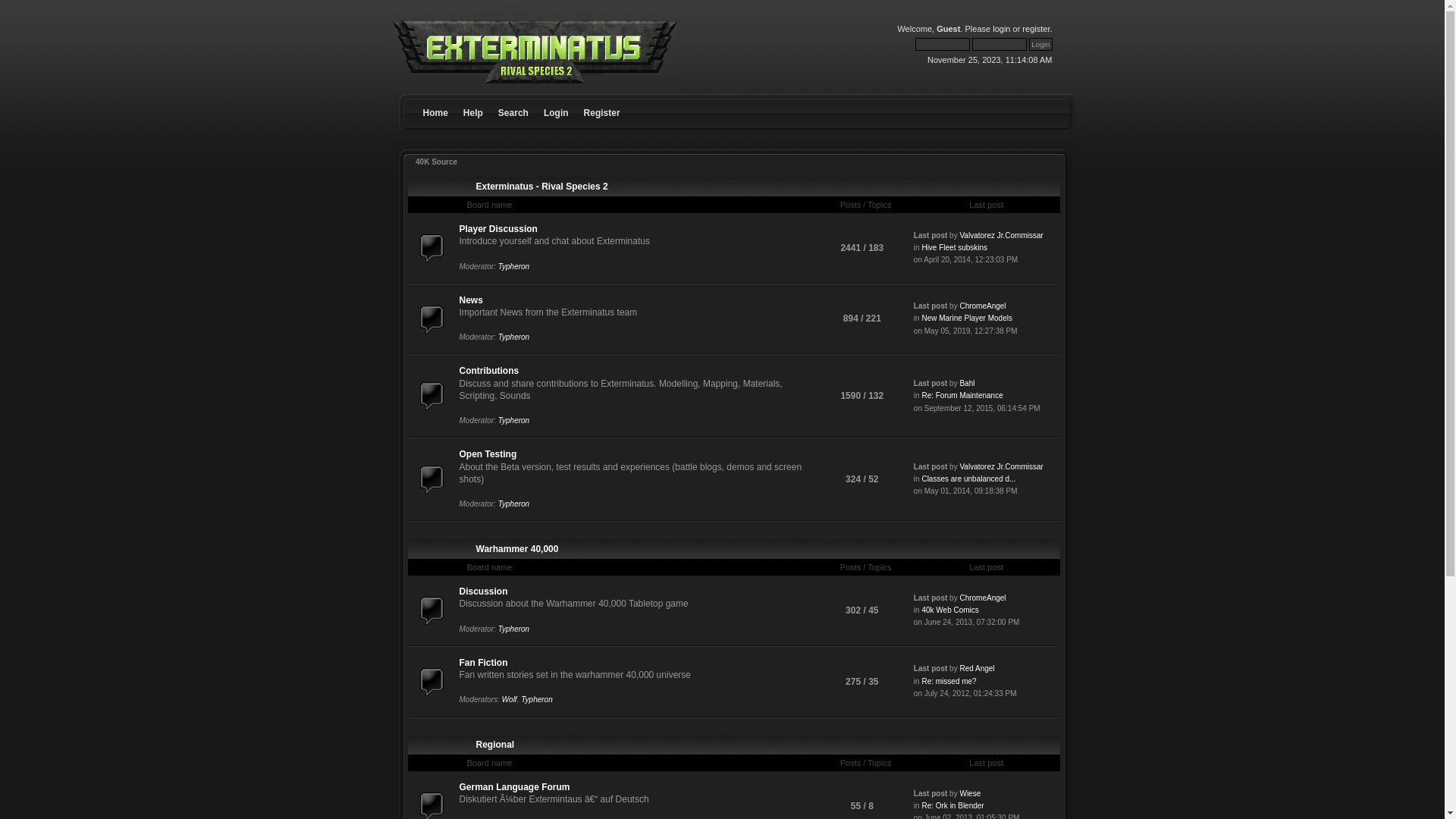  I want to click on 'Search', so click(513, 100).